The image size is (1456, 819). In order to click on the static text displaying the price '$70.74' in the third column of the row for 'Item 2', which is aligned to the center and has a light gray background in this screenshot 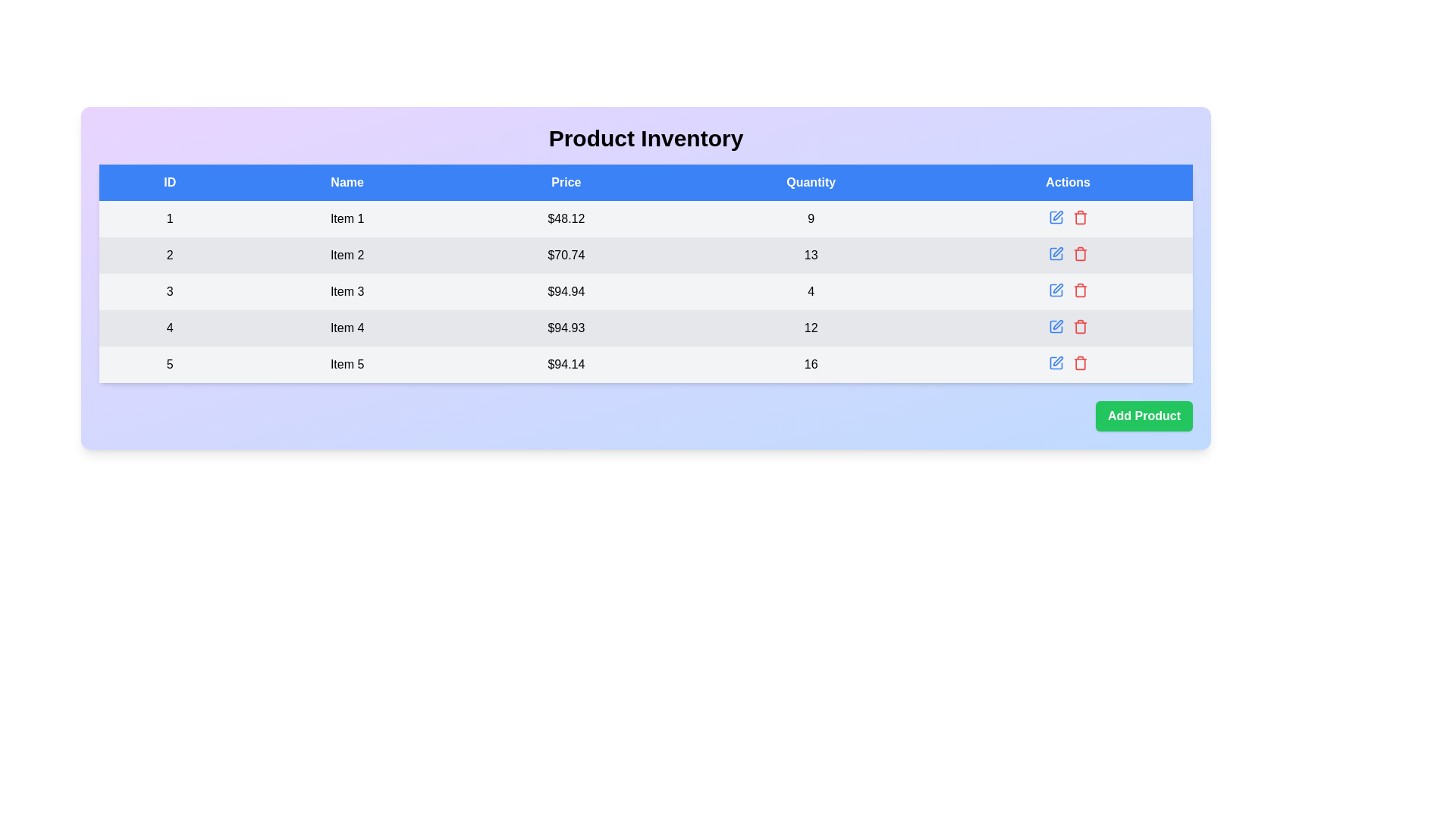, I will do `click(565, 254)`.